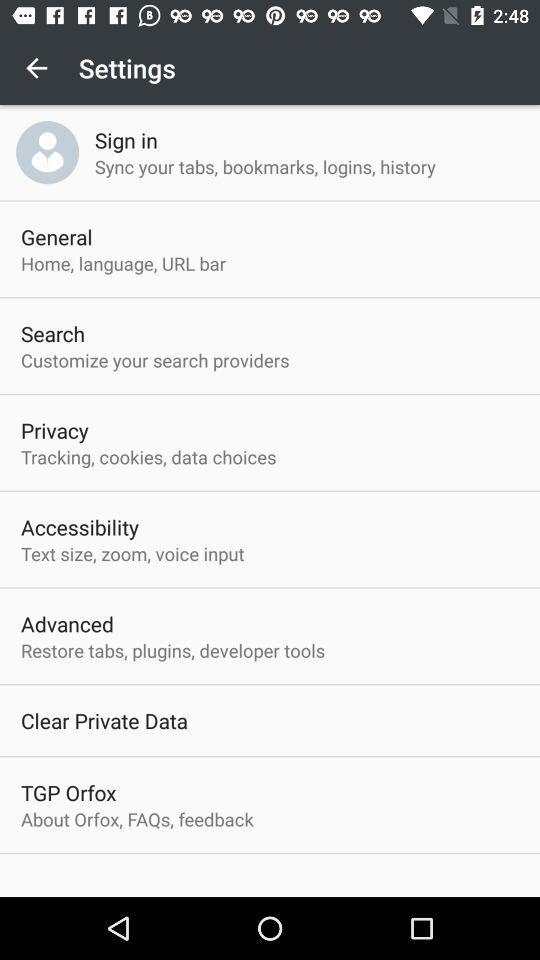  What do you see at coordinates (36, 68) in the screenshot?
I see `app next to settings app` at bounding box center [36, 68].